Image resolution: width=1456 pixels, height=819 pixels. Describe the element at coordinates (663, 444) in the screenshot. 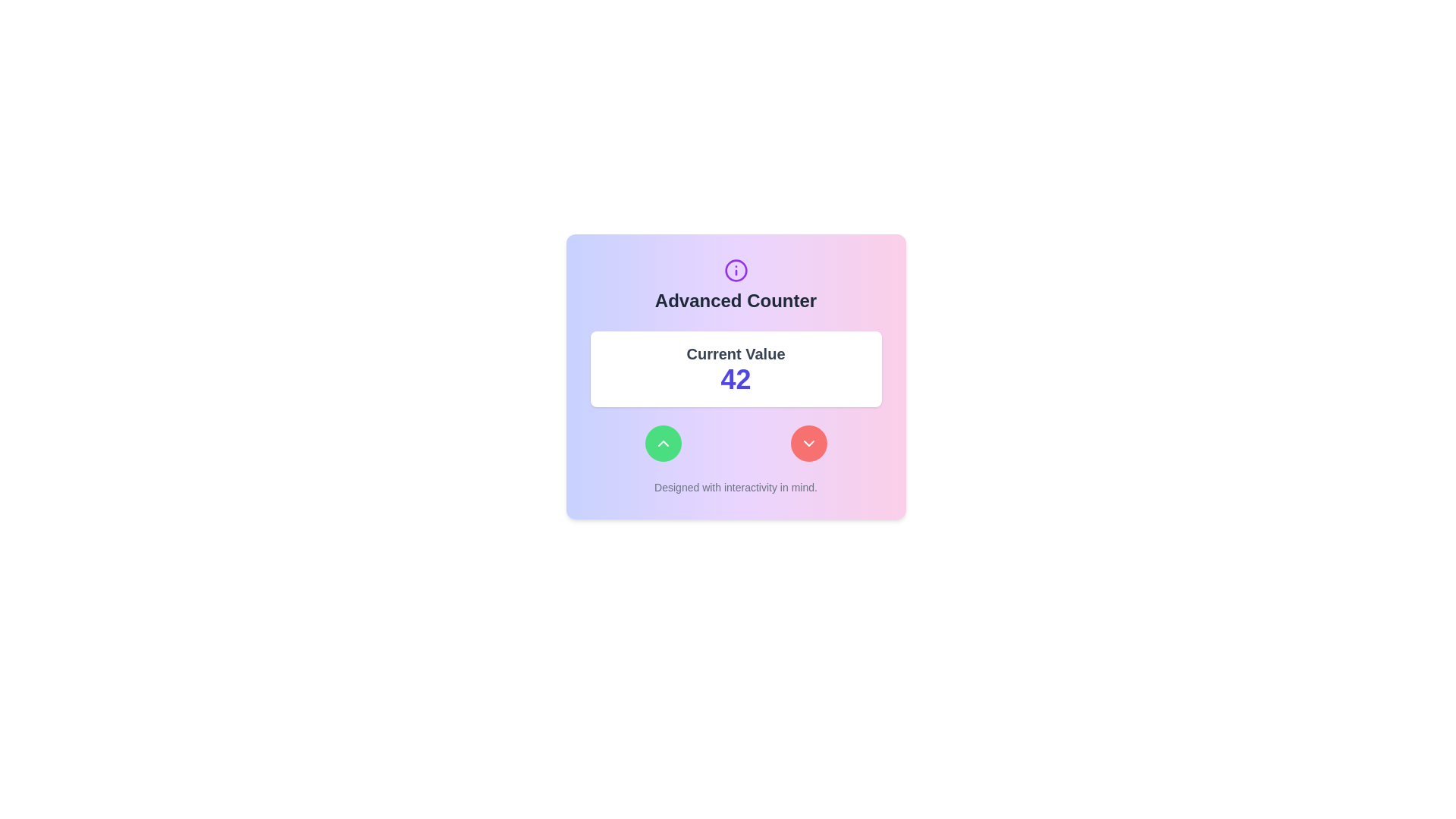

I see `the upward arrow button icon, which is a triangular arrow icon in white on a green circular background, located at the bottom-left of the central card aligned with the text 'Current Value 42'` at that location.